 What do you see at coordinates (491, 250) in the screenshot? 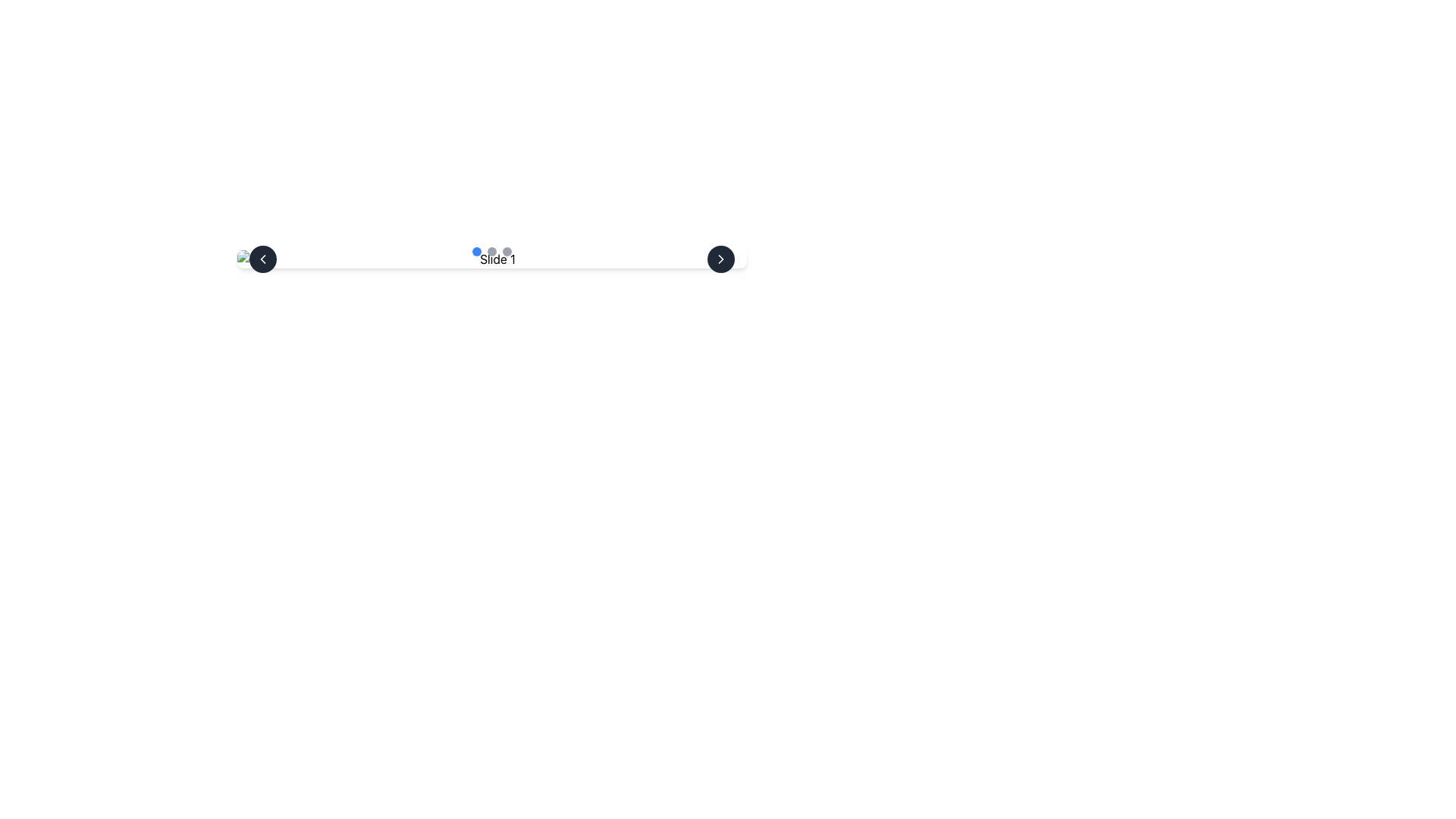
I see `the second circular indicator button in the carousel navigation, which is gray and positioned at the bottom-center of the interface` at bounding box center [491, 250].